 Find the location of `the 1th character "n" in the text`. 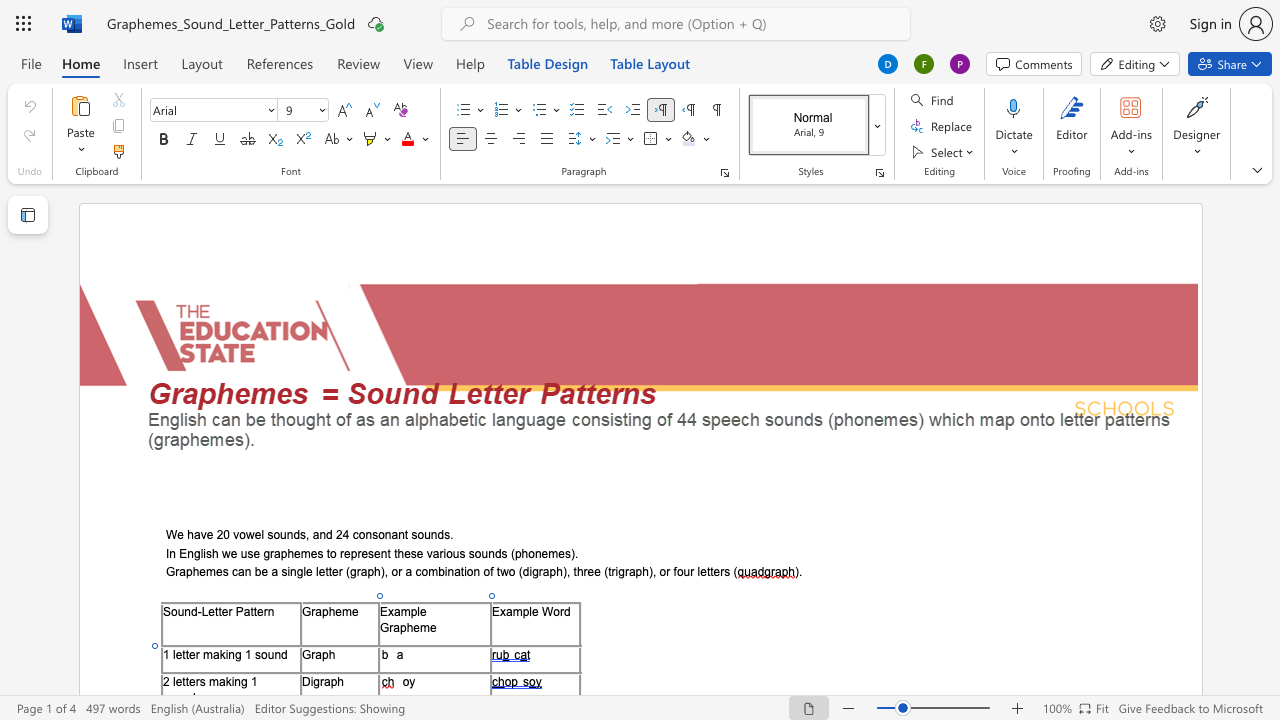

the 1th character "n" in the text is located at coordinates (231, 654).